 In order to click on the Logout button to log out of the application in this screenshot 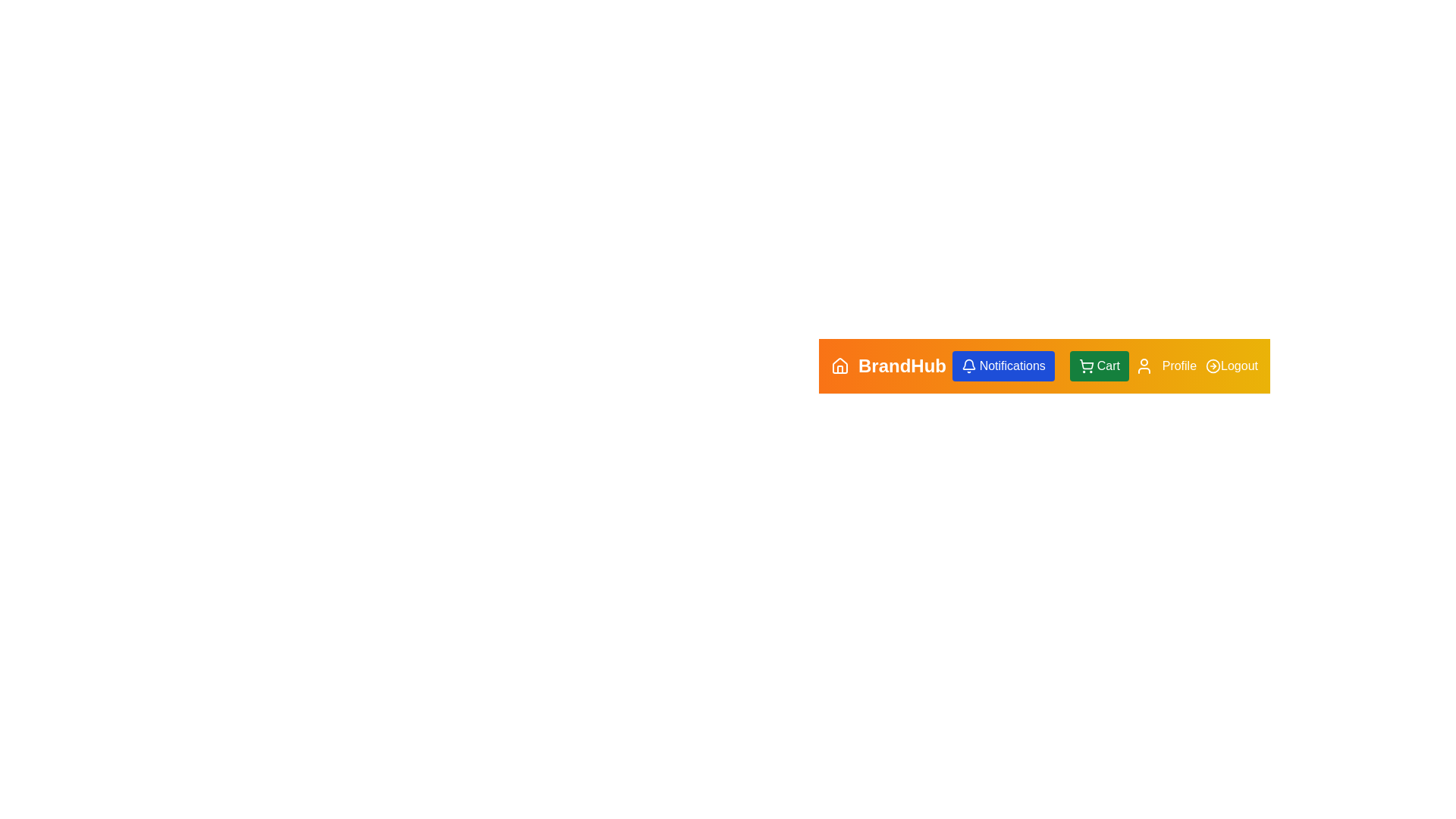, I will do `click(1232, 366)`.